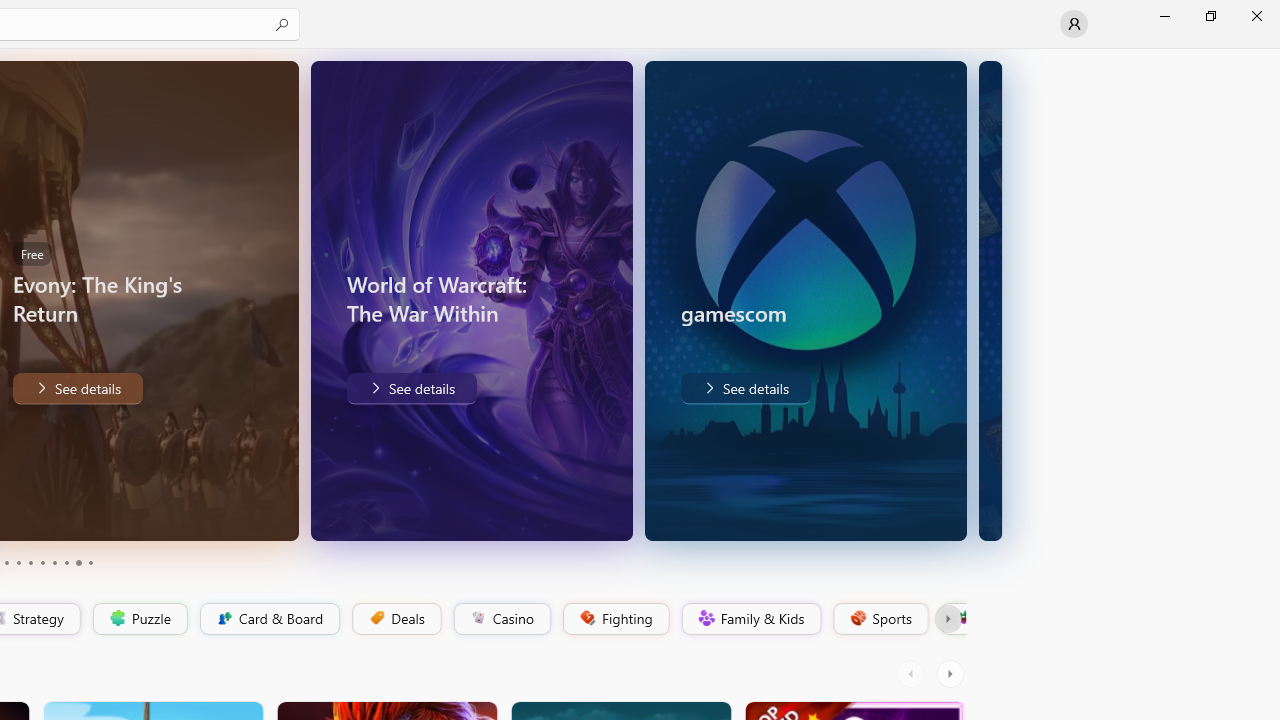  I want to click on 'Sports', so click(879, 618).